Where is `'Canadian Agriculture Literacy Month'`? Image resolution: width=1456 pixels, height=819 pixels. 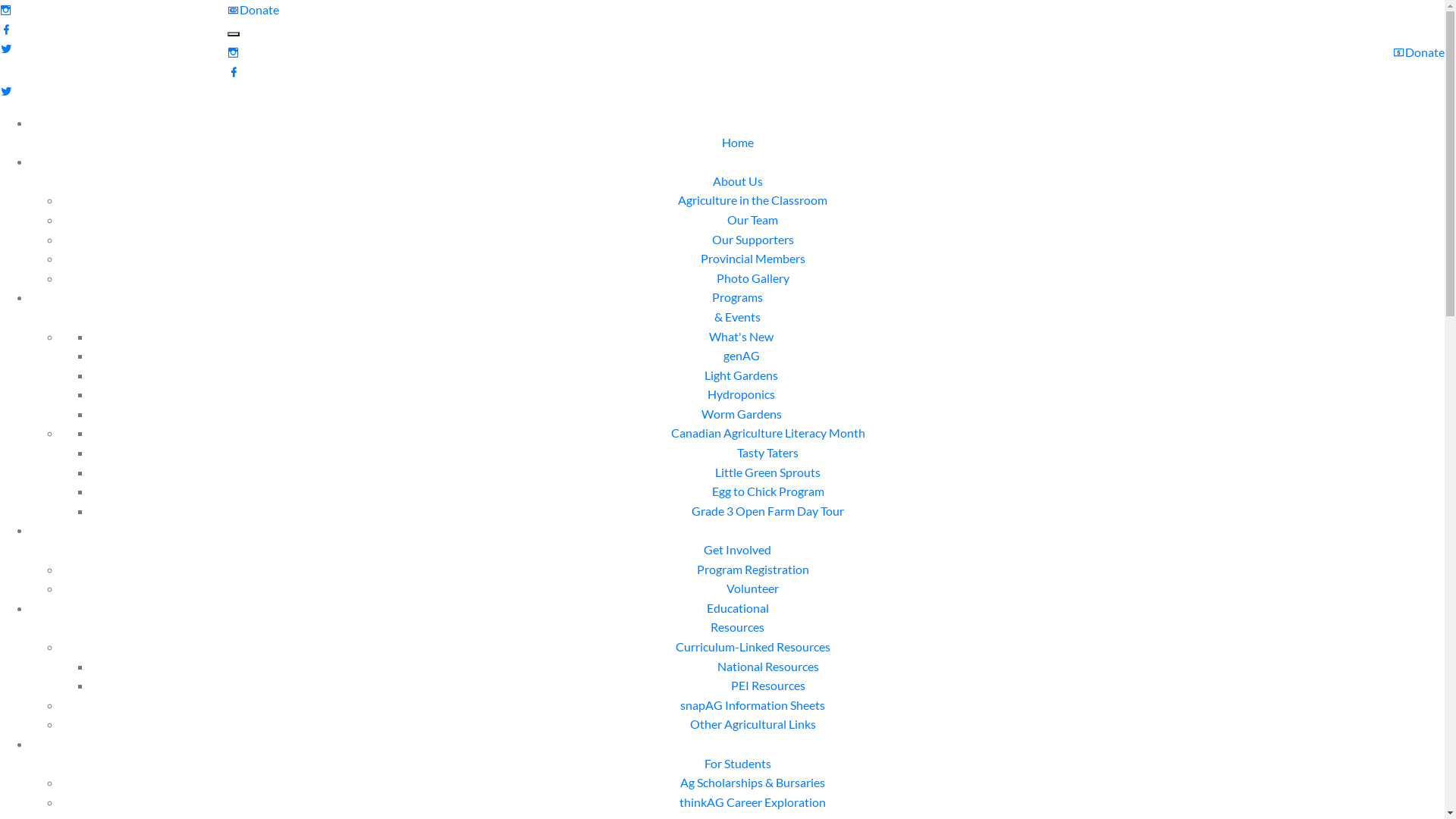 'Canadian Agriculture Literacy Month' is located at coordinates (669, 432).